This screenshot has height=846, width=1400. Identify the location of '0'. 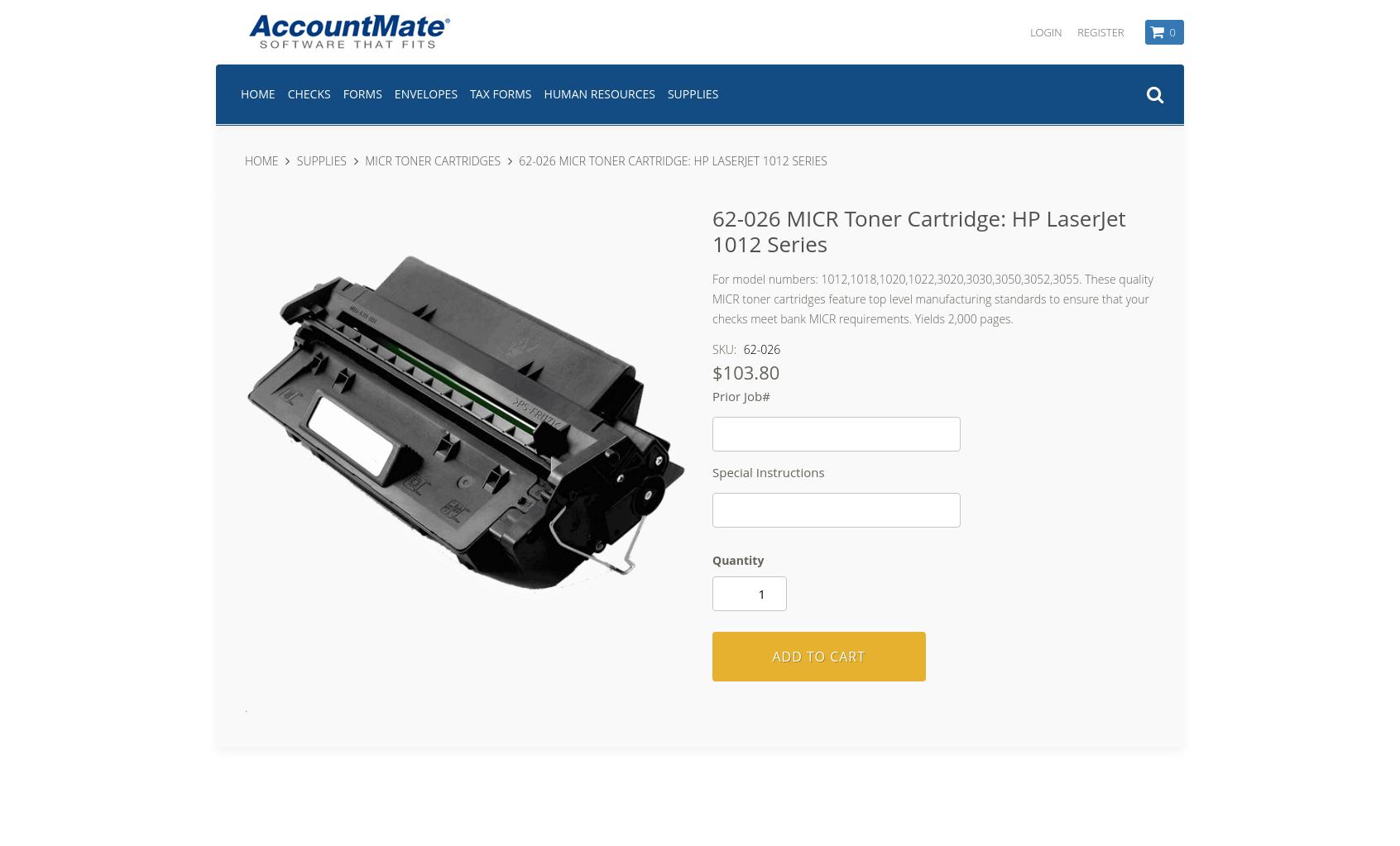
(1172, 31).